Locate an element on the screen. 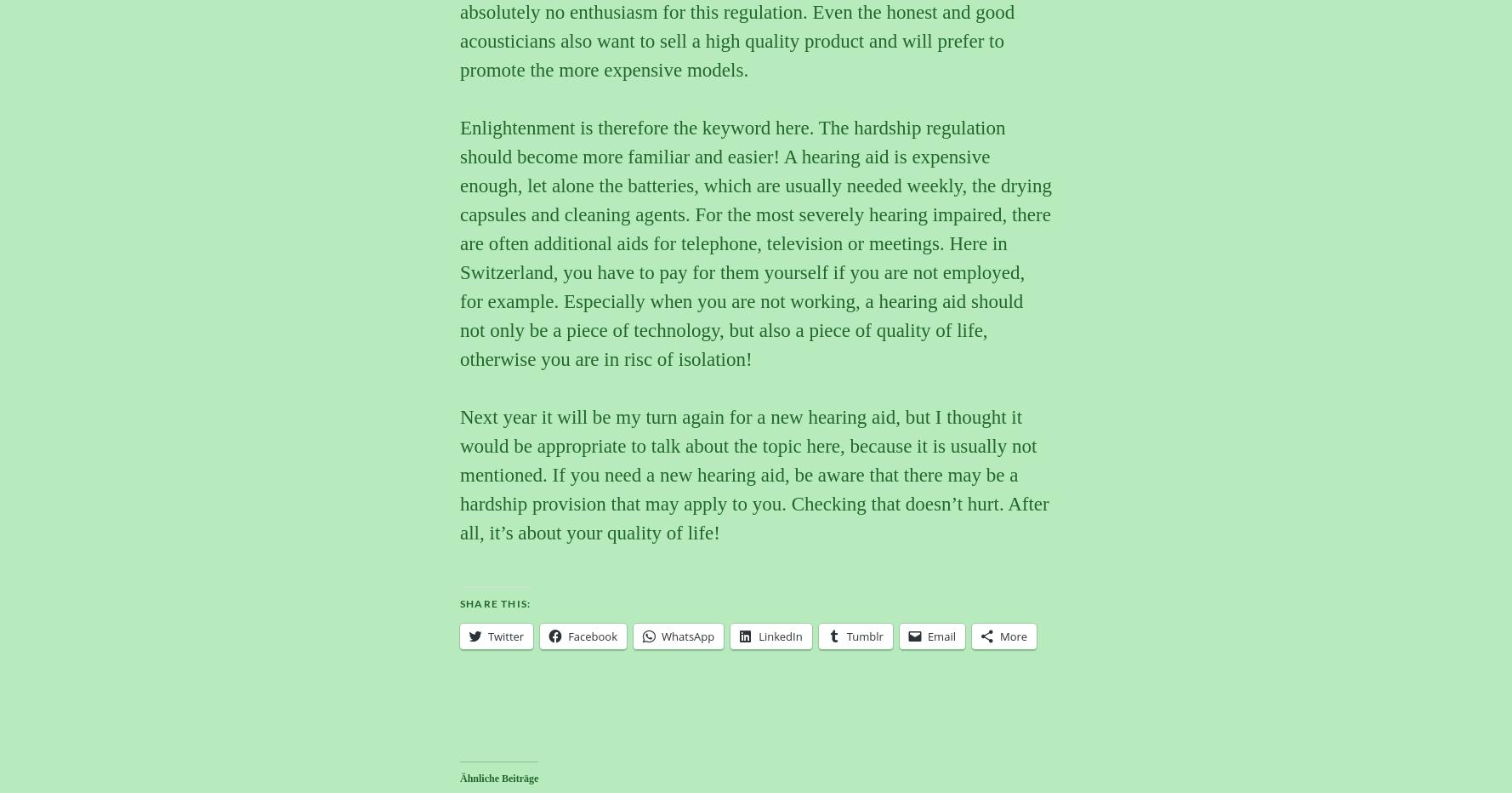 Image resolution: width=1512 pixels, height=793 pixels. 'Enlightenment is therefore the keyword here. The hardship regulation should become more familiar and easier! A hearing aid is expensive enough, let alone the batteries, which are usually needed weekly, the drying capsules and cleaning agents. For the most severely hearing impaired, there are often additional aids for telephone, television or meetings. Here in Switzerland, you have to pay for them yourself if you are not employed, for example. Especially when you are not working, a hearing aid should not only be a piece of technology, but also a piece of quality of life, otherwise you are in risc of isolation!' is located at coordinates (754, 242).